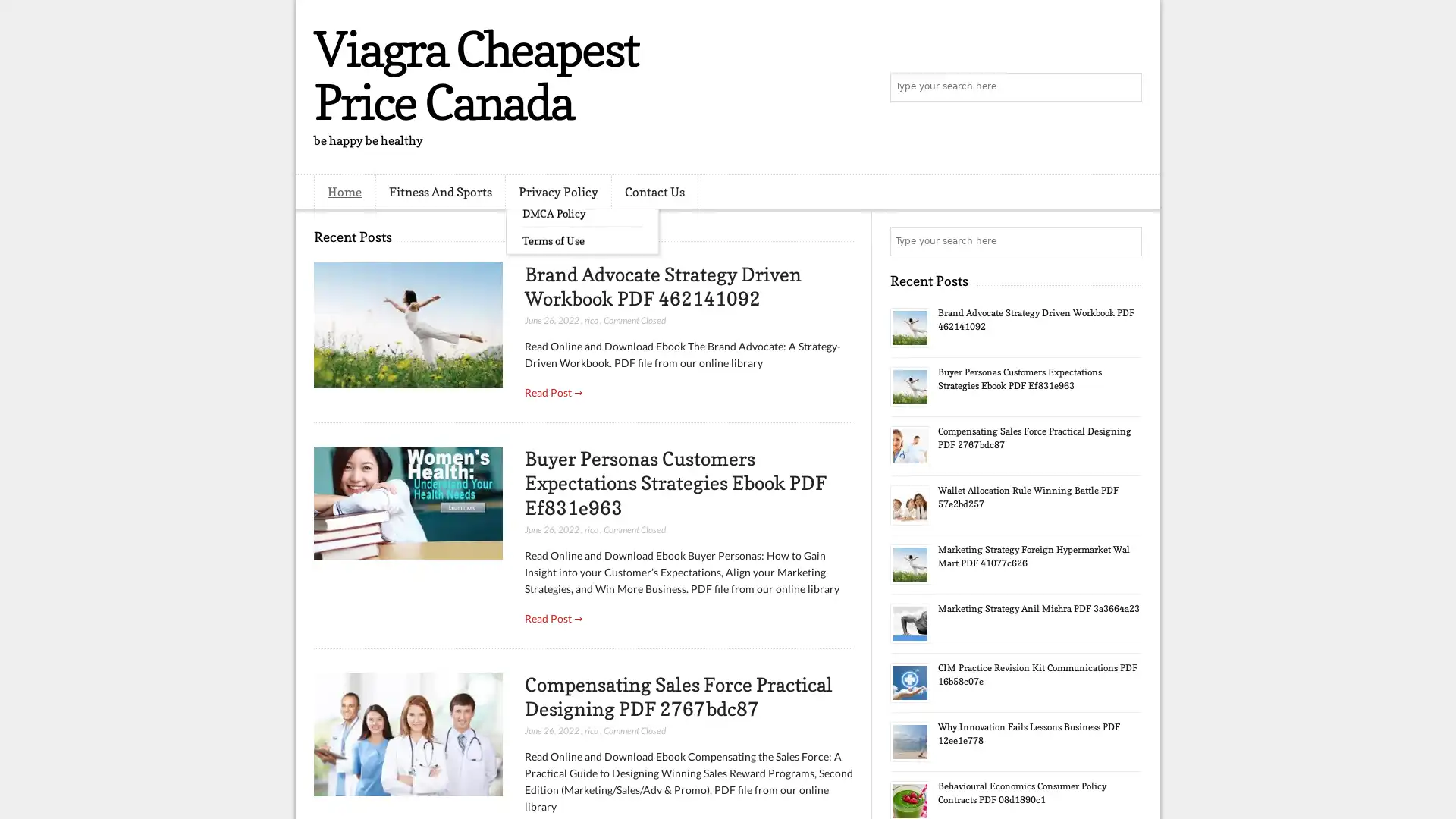  Describe the element at coordinates (1126, 87) in the screenshot. I see `Search` at that location.